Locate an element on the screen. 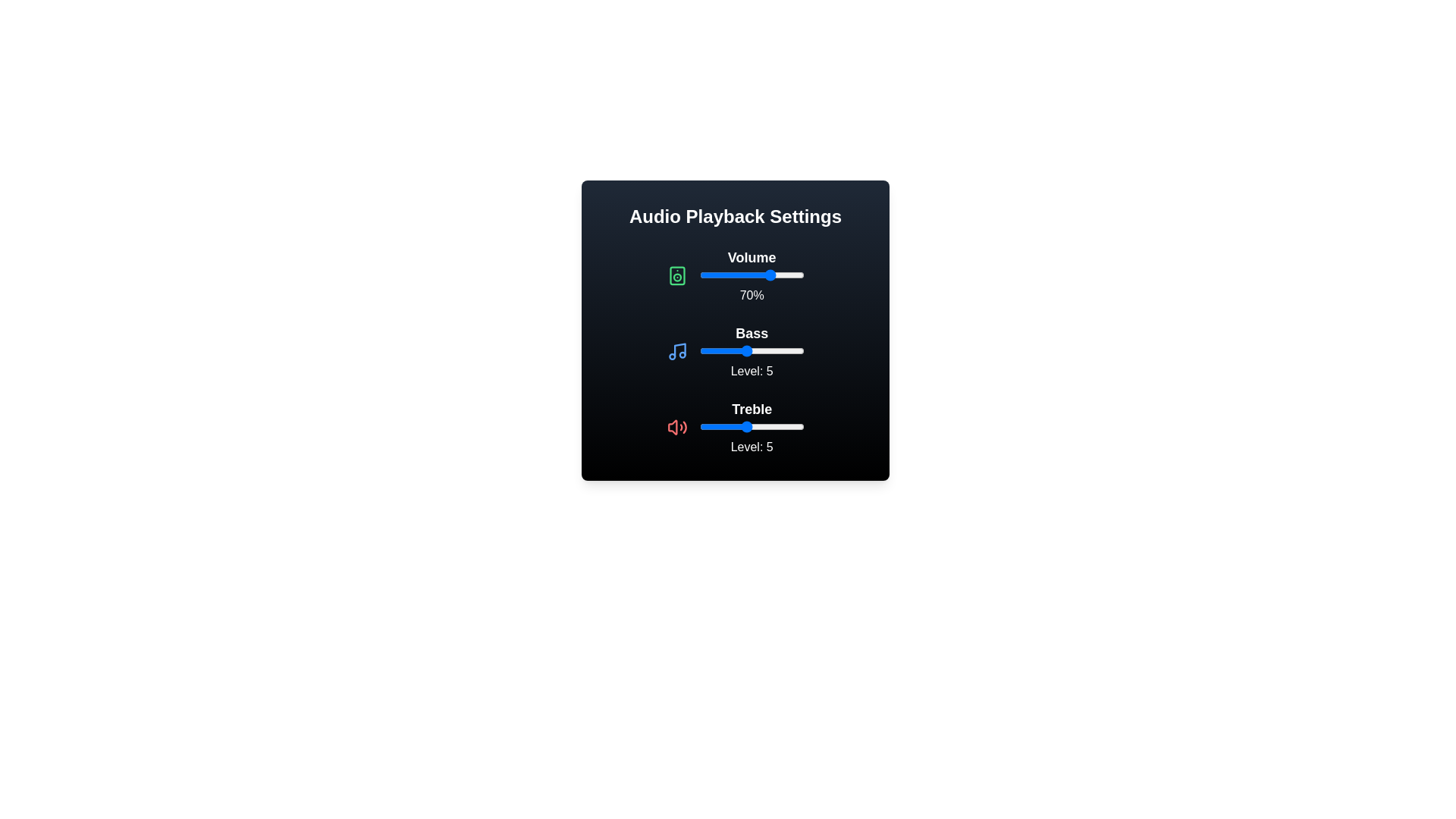  bass level is located at coordinates (758, 350).